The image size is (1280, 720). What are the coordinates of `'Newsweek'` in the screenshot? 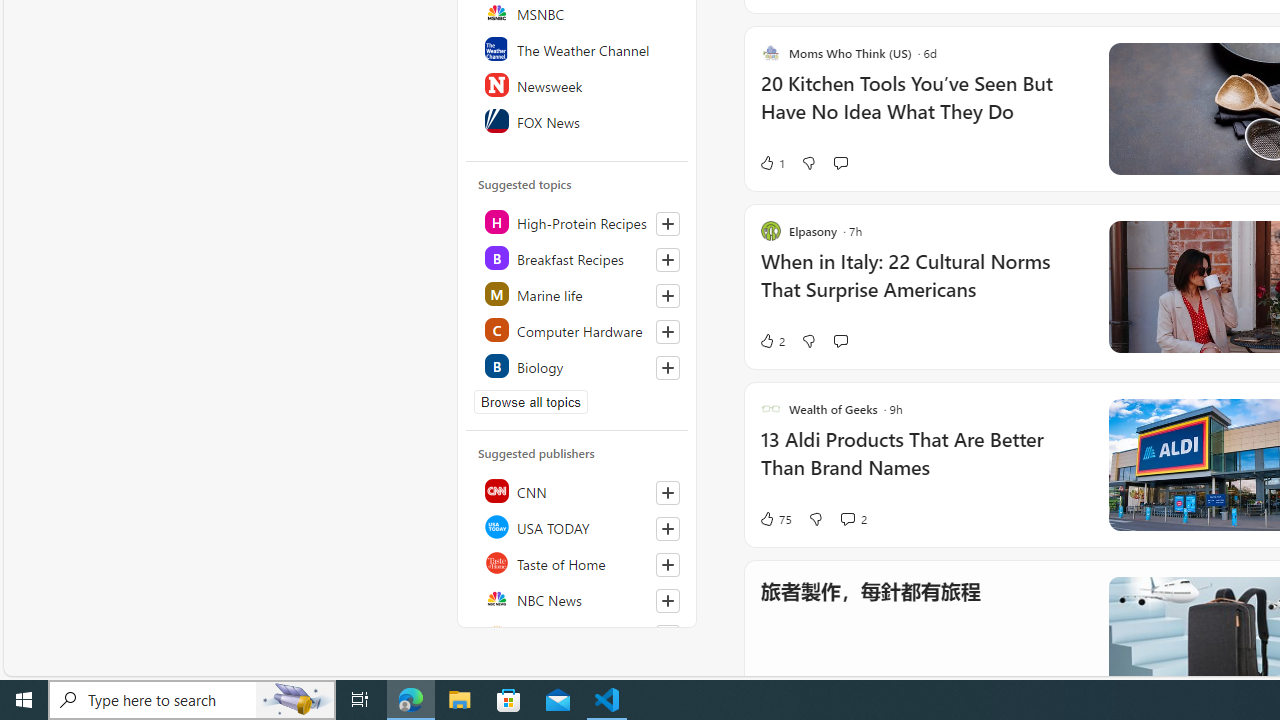 It's located at (577, 83).